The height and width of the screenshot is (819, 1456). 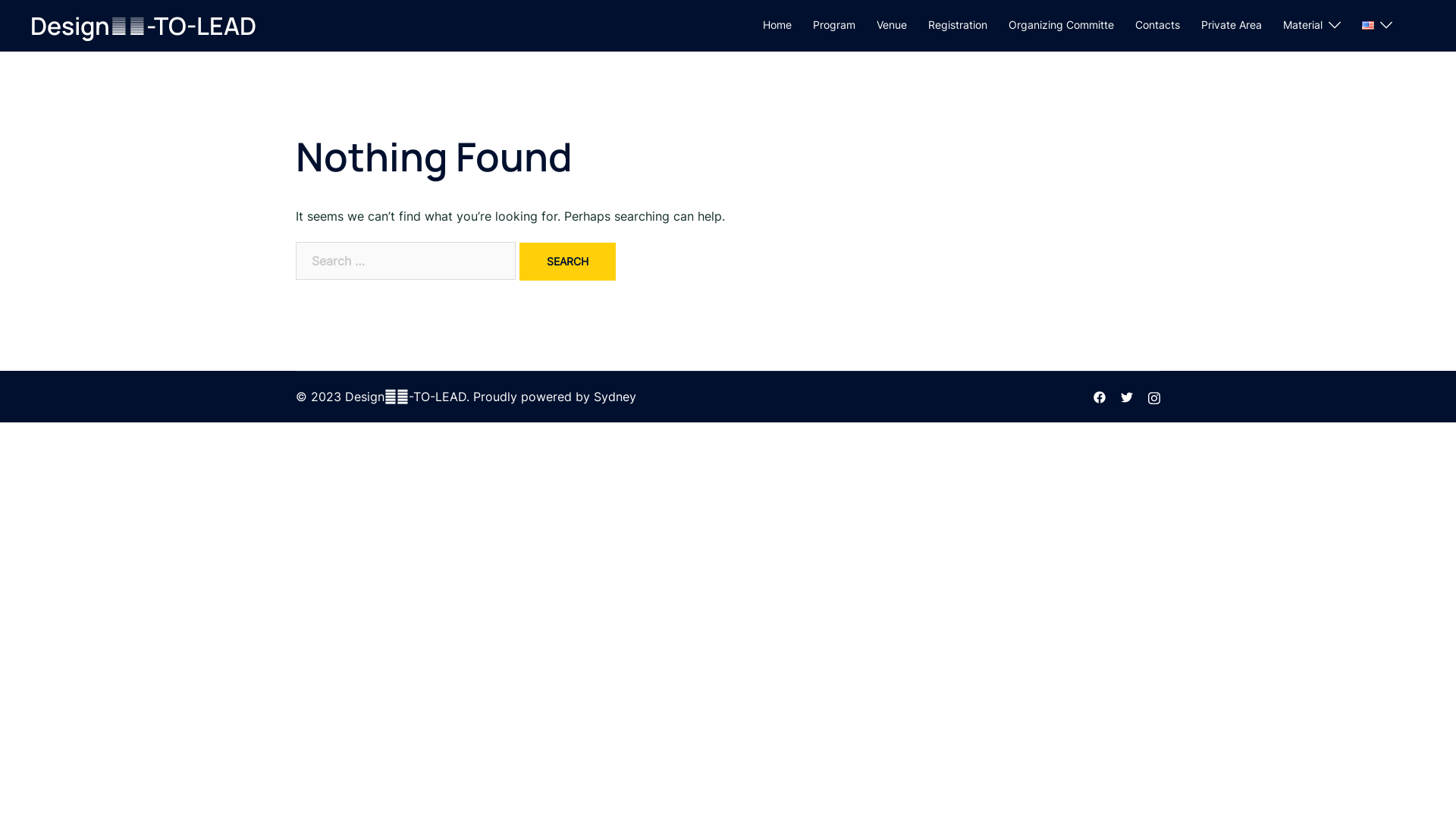 What do you see at coordinates (1156, 25) in the screenshot?
I see `'Contacts'` at bounding box center [1156, 25].